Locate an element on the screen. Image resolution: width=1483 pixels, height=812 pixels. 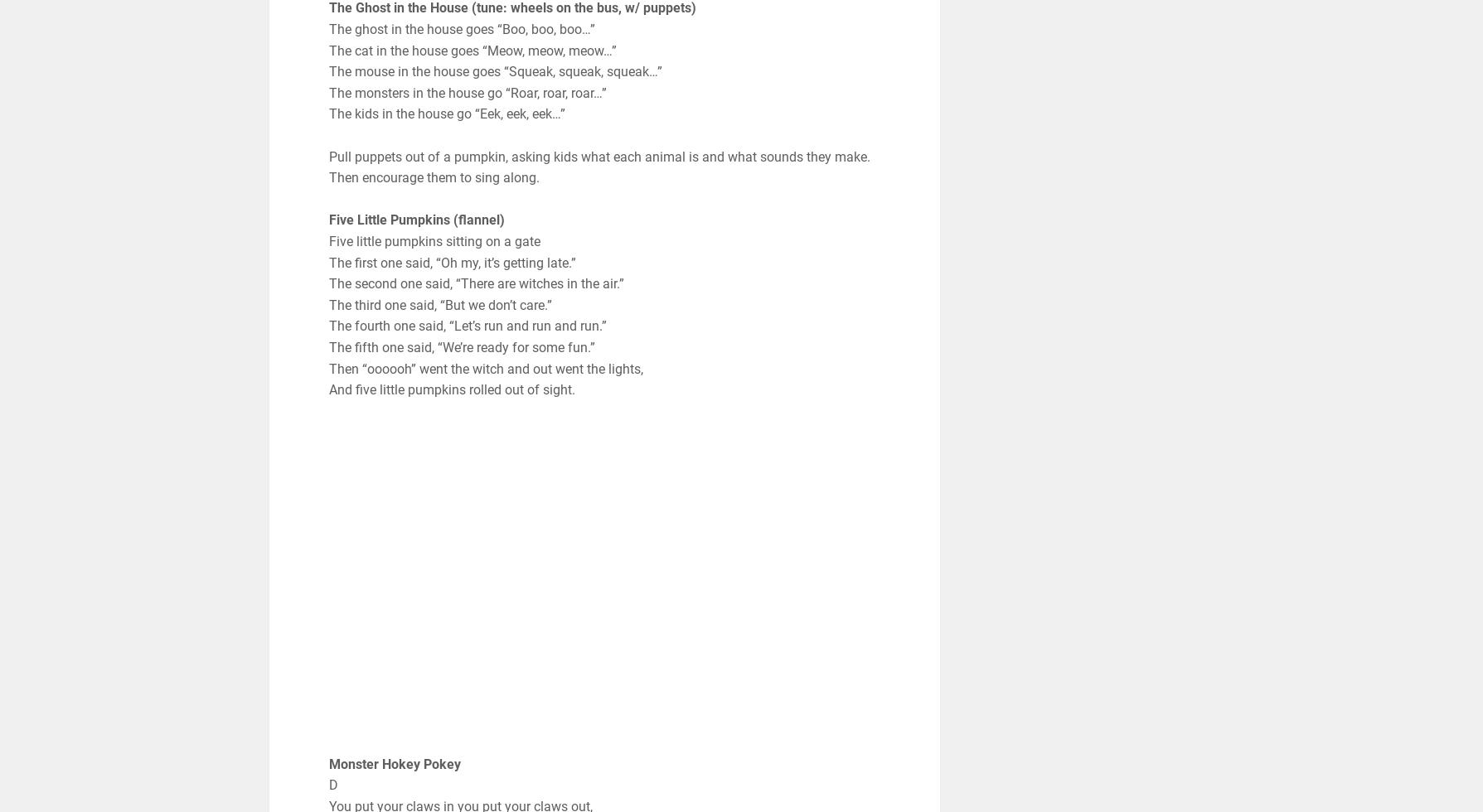
'Then “oooooh” went the witch and out went the lights,' is located at coordinates (484, 368).